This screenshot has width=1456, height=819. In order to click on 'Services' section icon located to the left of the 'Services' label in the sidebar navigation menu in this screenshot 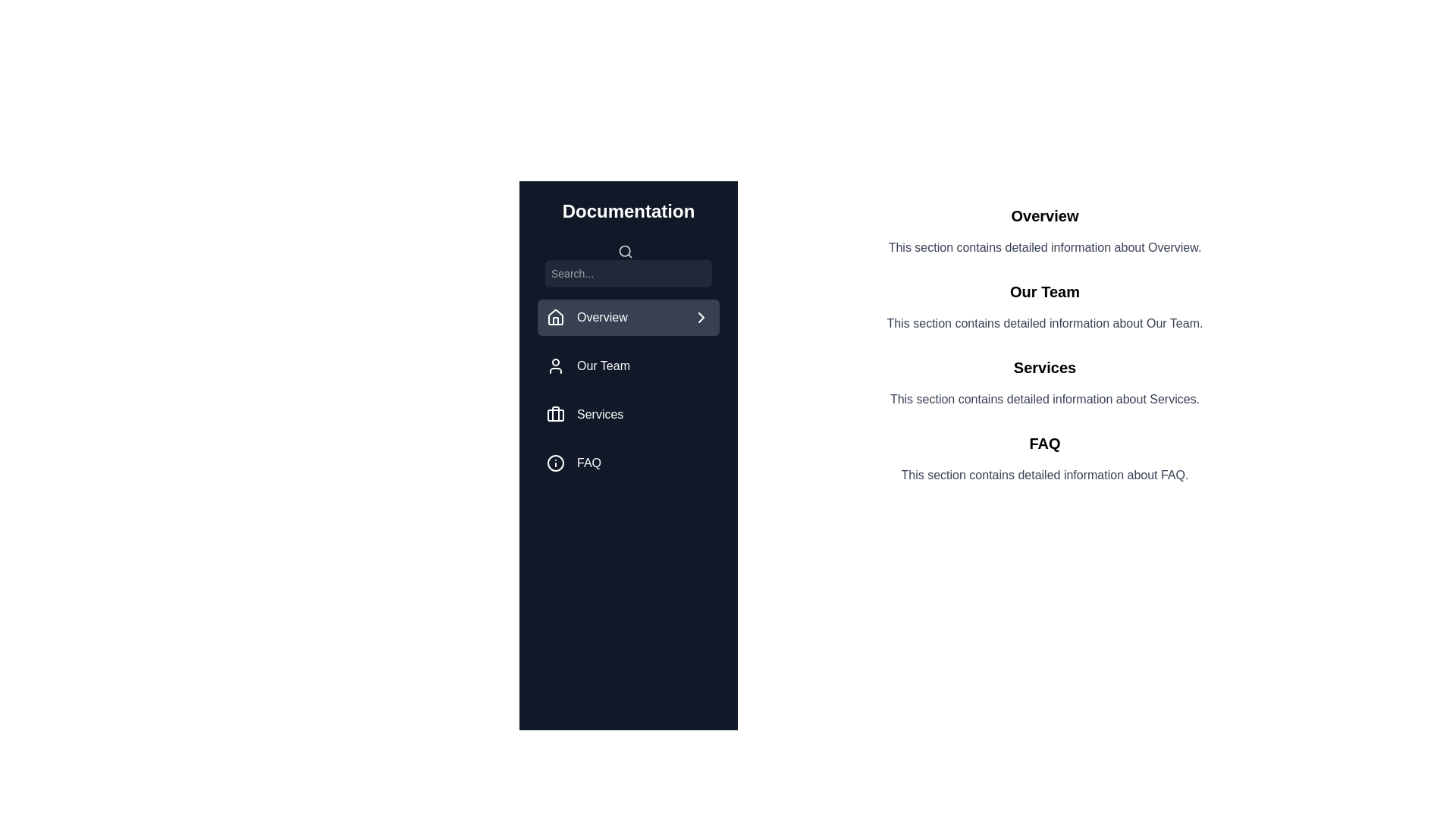, I will do `click(555, 415)`.